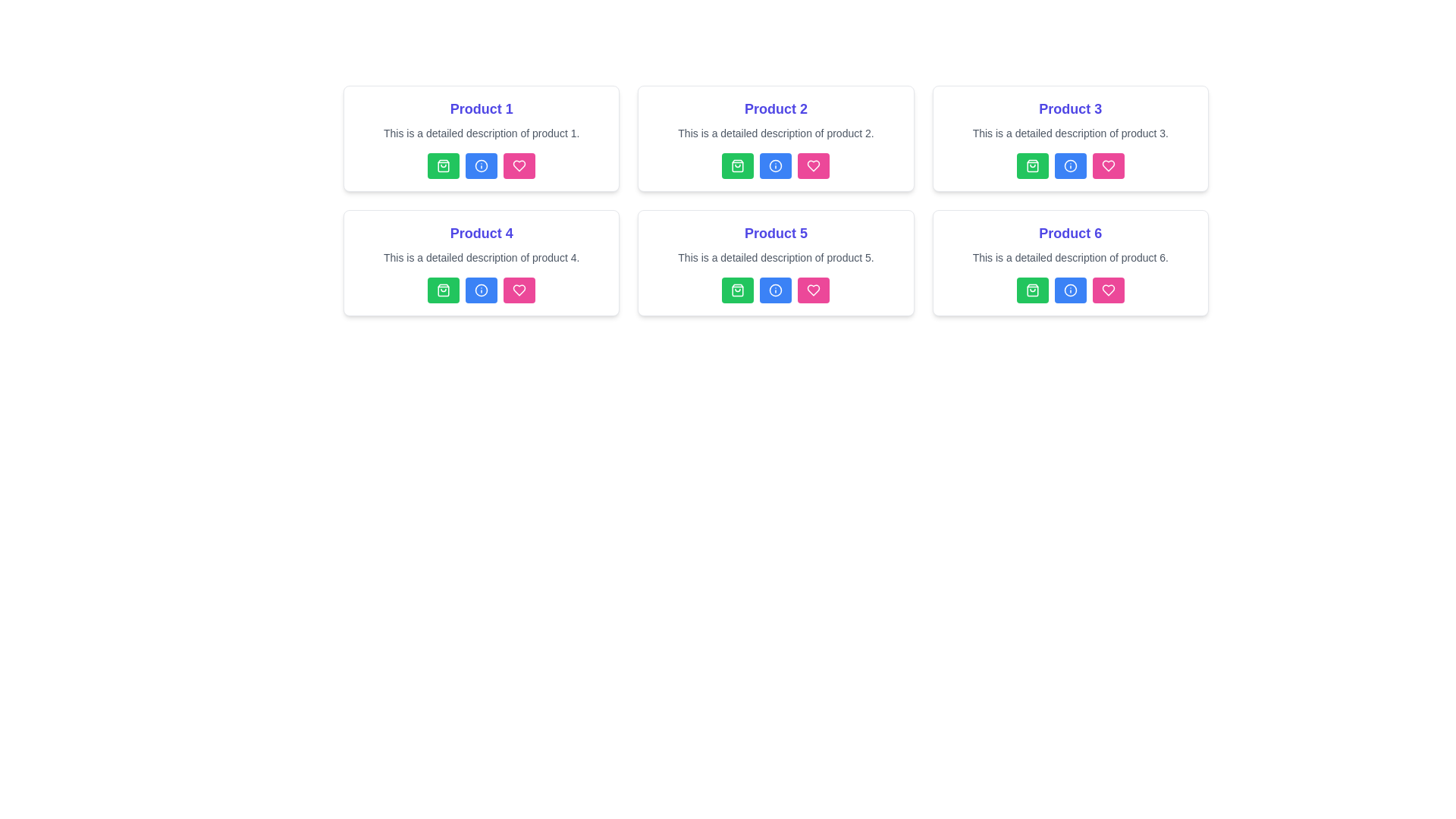 The image size is (1456, 819). What do you see at coordinates (1069, 256) in the screenshot?
I see `the text label displaying 'This is a detailed description of product 6.' which is centered within the product card for product 6` at bounding box center [1069, 256].